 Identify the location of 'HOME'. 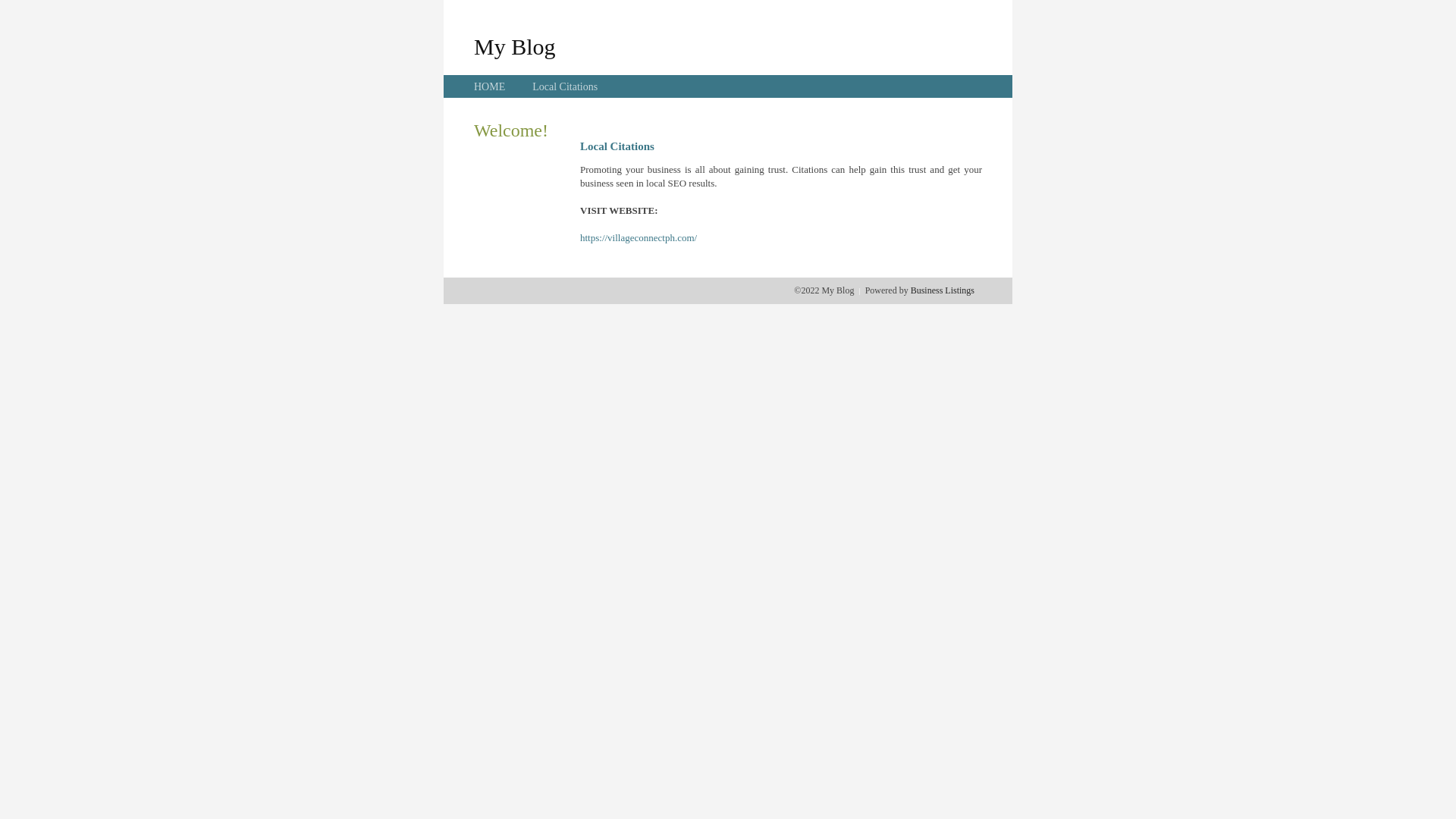
(489, 86).